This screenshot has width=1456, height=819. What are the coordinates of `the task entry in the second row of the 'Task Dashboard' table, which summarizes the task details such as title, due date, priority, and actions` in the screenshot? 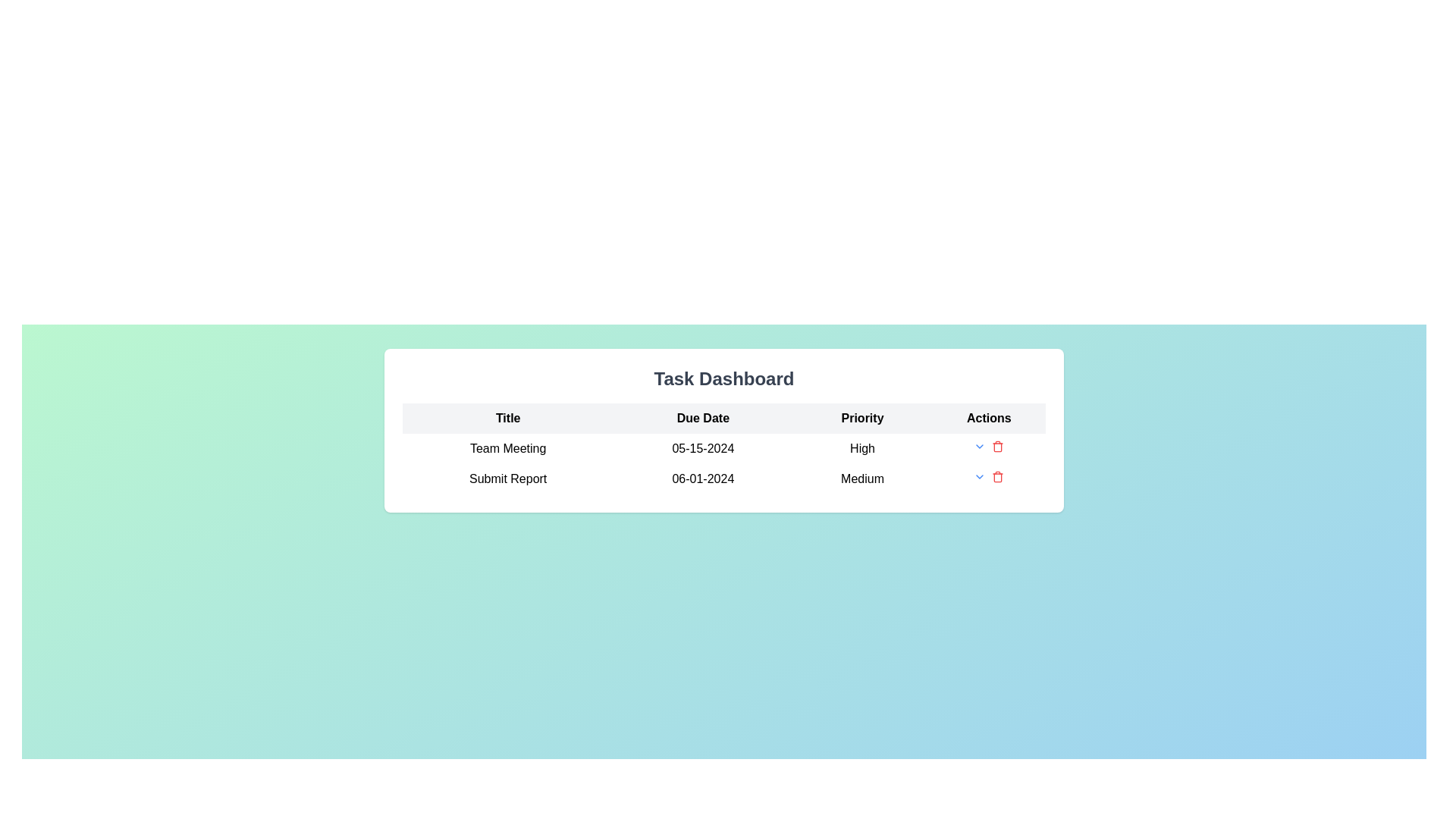 It's located at (723, 479).